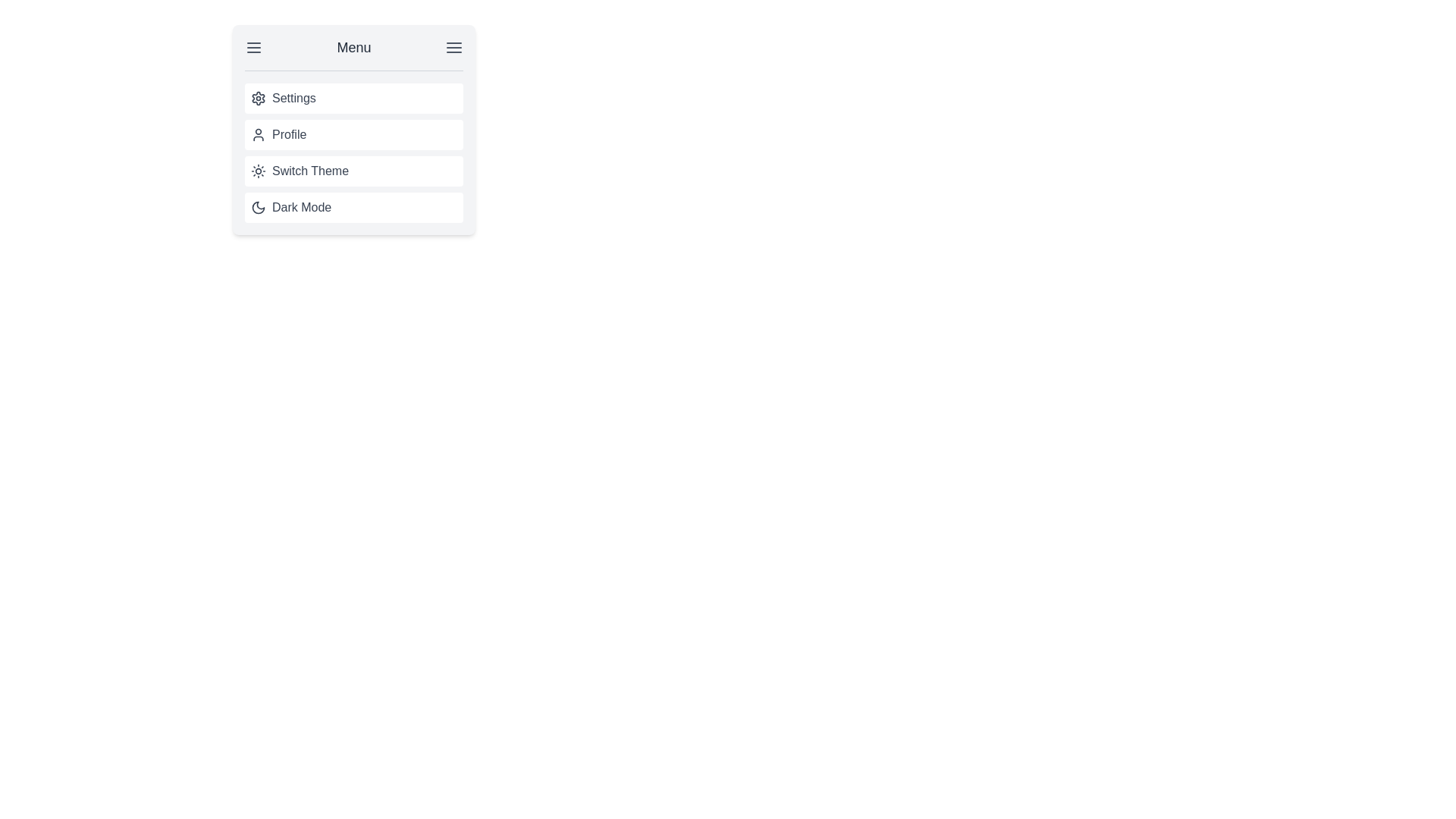  I want to click on the second menu item that provides access to profile-related functionalities, so click(353, 129).